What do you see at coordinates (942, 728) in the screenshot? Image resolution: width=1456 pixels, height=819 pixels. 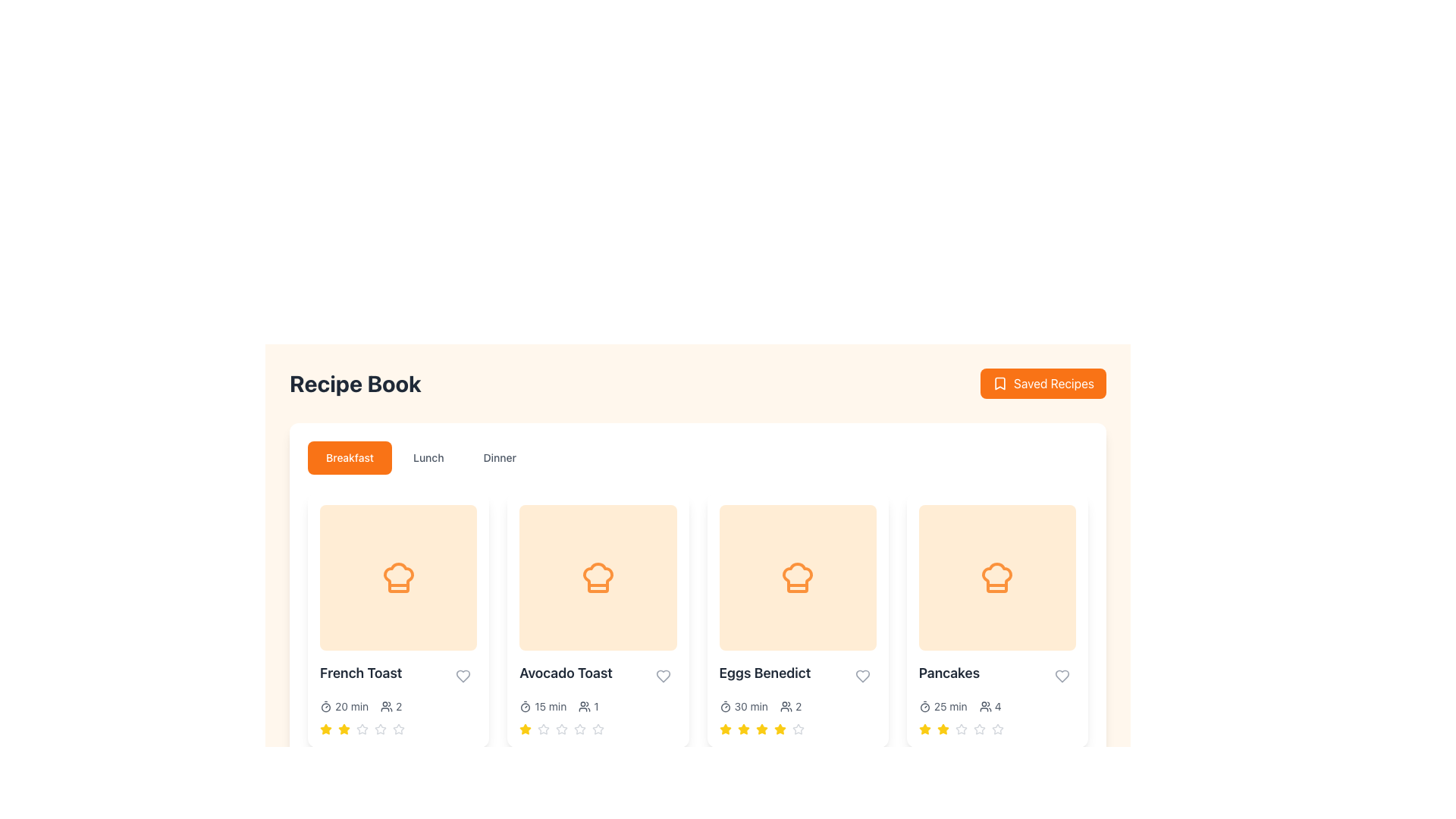 I see `the first star icon in the rating group below the 'Pancakes' card to indicate a rating for the recipe` at bounding box center [942, 728].